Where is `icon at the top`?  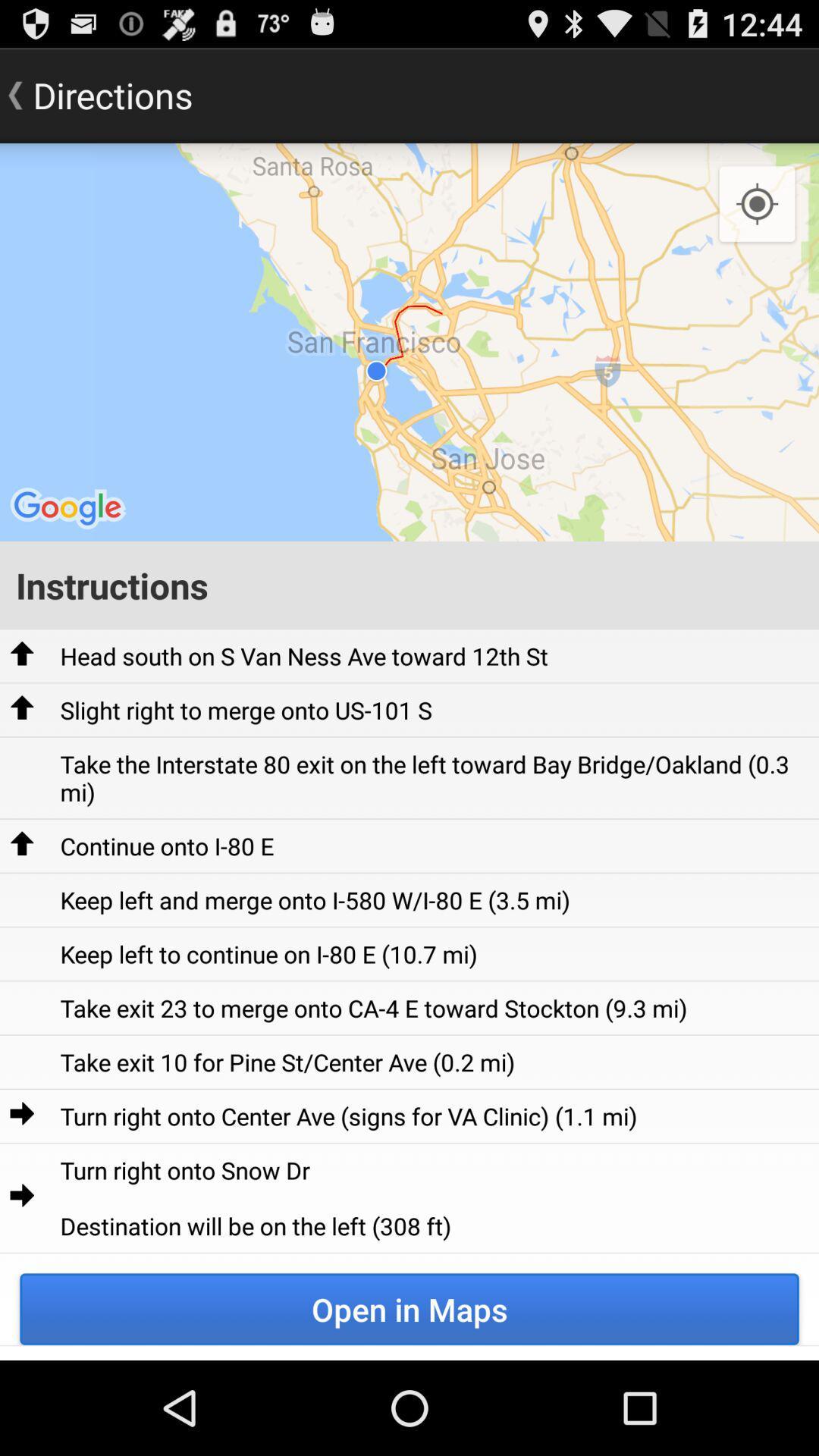 icon at the top is located at coordinates (409, 341).